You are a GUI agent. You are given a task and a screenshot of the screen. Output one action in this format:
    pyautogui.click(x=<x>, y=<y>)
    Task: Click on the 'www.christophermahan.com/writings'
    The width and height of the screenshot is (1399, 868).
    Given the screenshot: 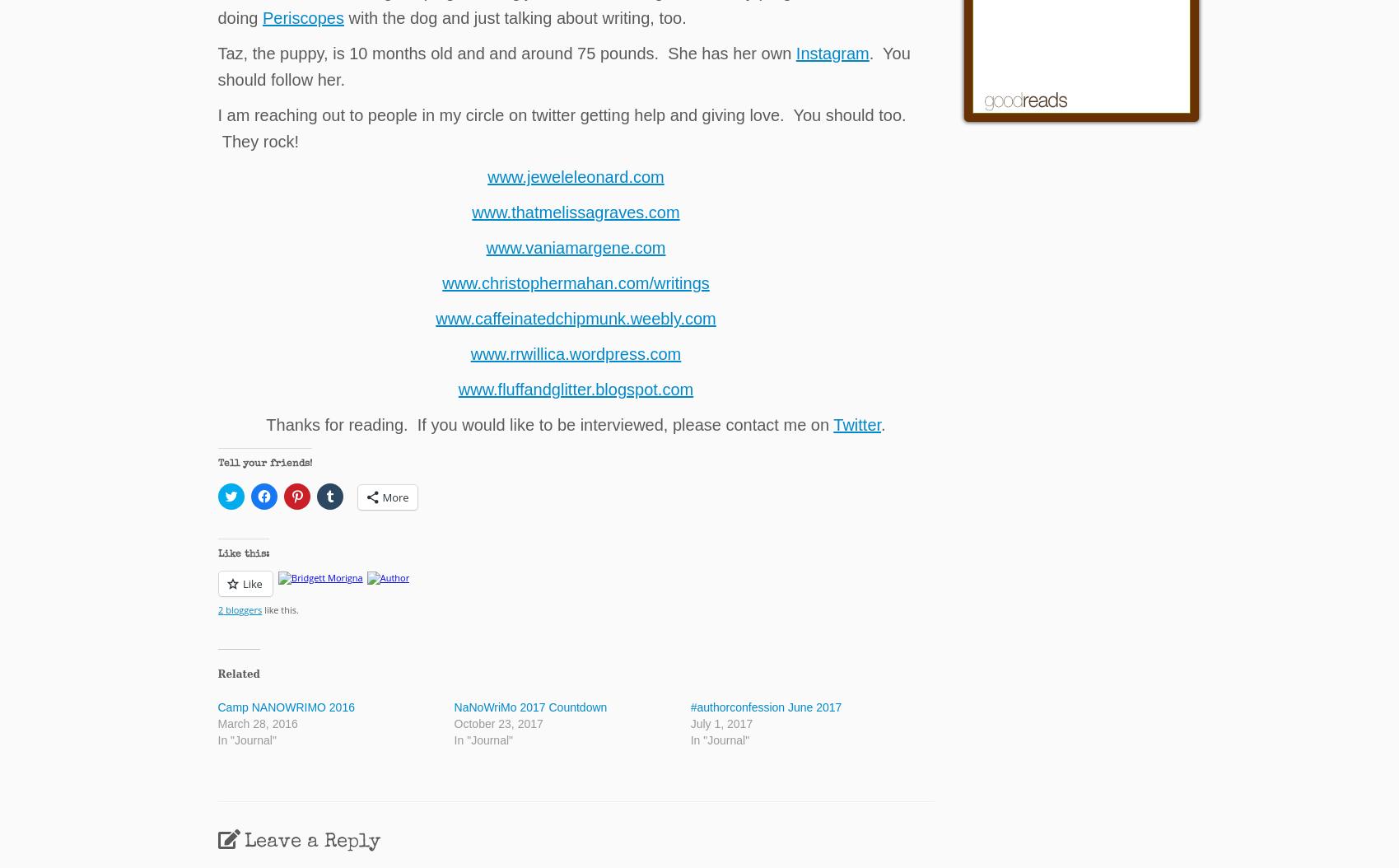 What is the action you would take?
    pyautogui.click(x=574, y=283)
    